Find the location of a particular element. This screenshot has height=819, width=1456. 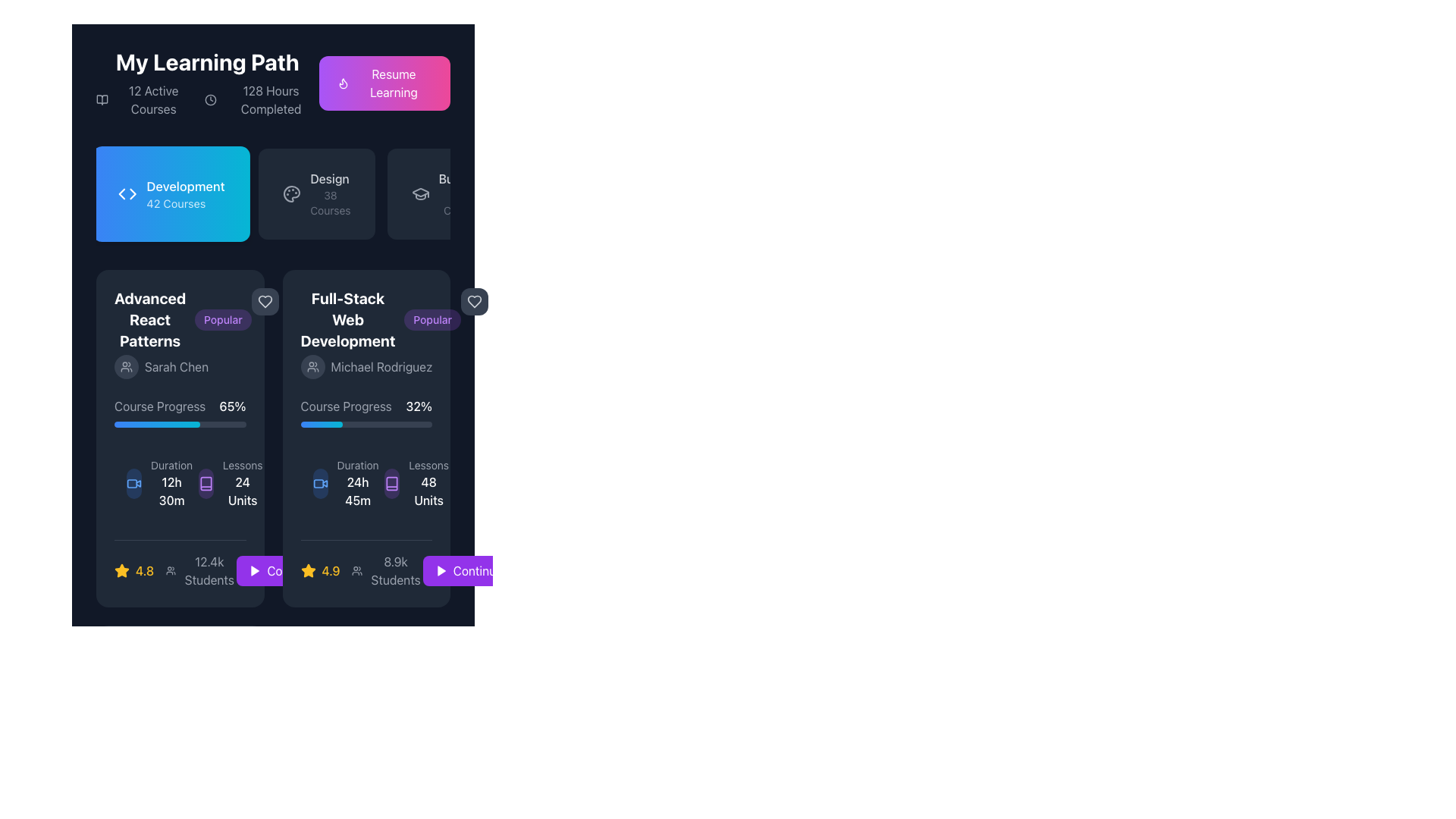

the video camera icon with a blue outline and recording indicator located on the 'Full-Stack Web Development' card in the bottom section is located at coordinates (134, 483).